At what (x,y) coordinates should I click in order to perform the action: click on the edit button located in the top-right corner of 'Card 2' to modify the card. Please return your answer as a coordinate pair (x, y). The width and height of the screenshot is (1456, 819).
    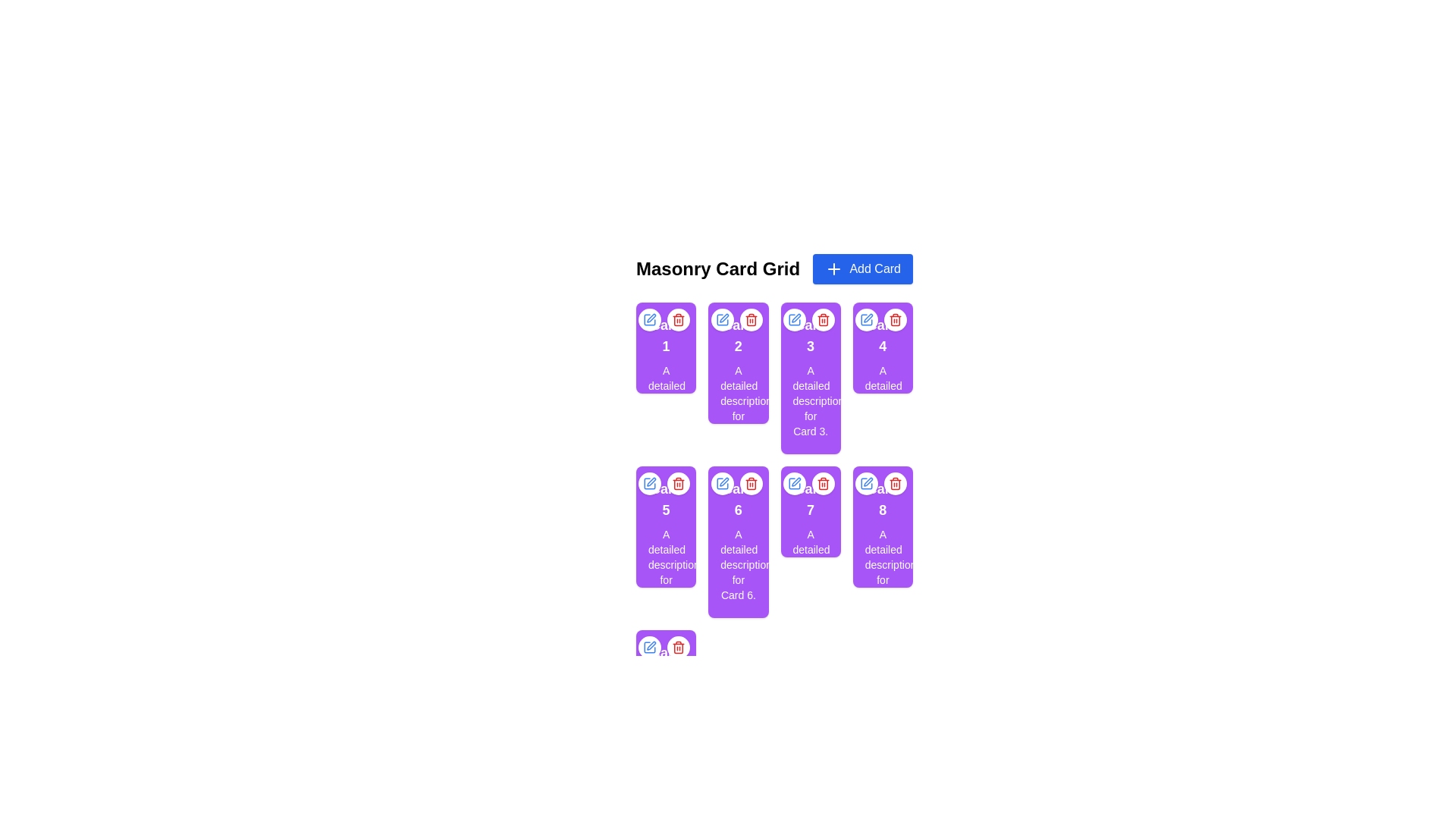
    Looking at the image, I should click on (736, 318).